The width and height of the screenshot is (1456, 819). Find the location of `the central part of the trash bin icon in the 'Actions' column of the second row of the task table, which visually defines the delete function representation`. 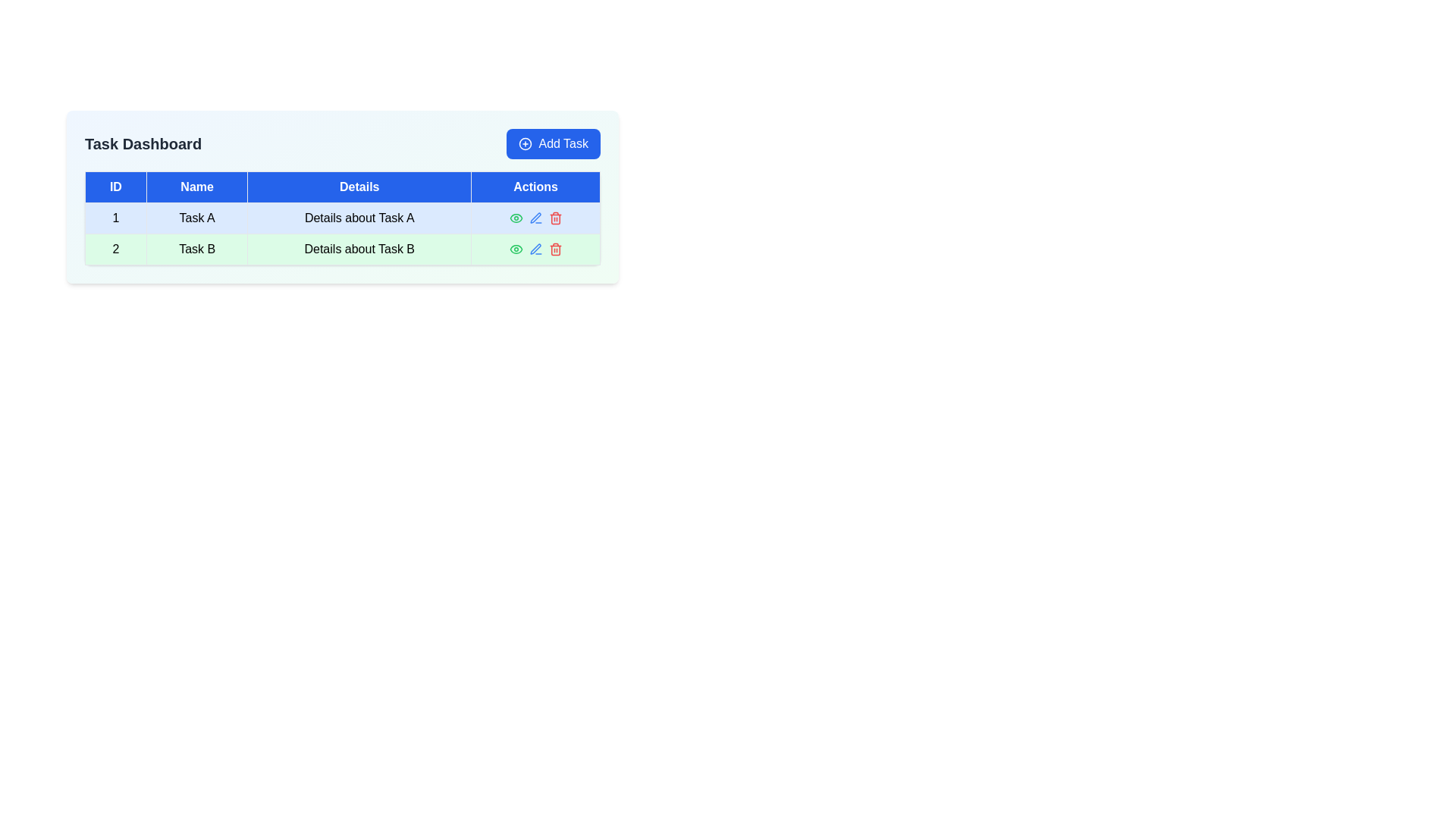

the central part of the trash bin icon in the 'Actions' column of the second row of the task table, which visually defines the delete function representation is located at coordinates (554, 249).